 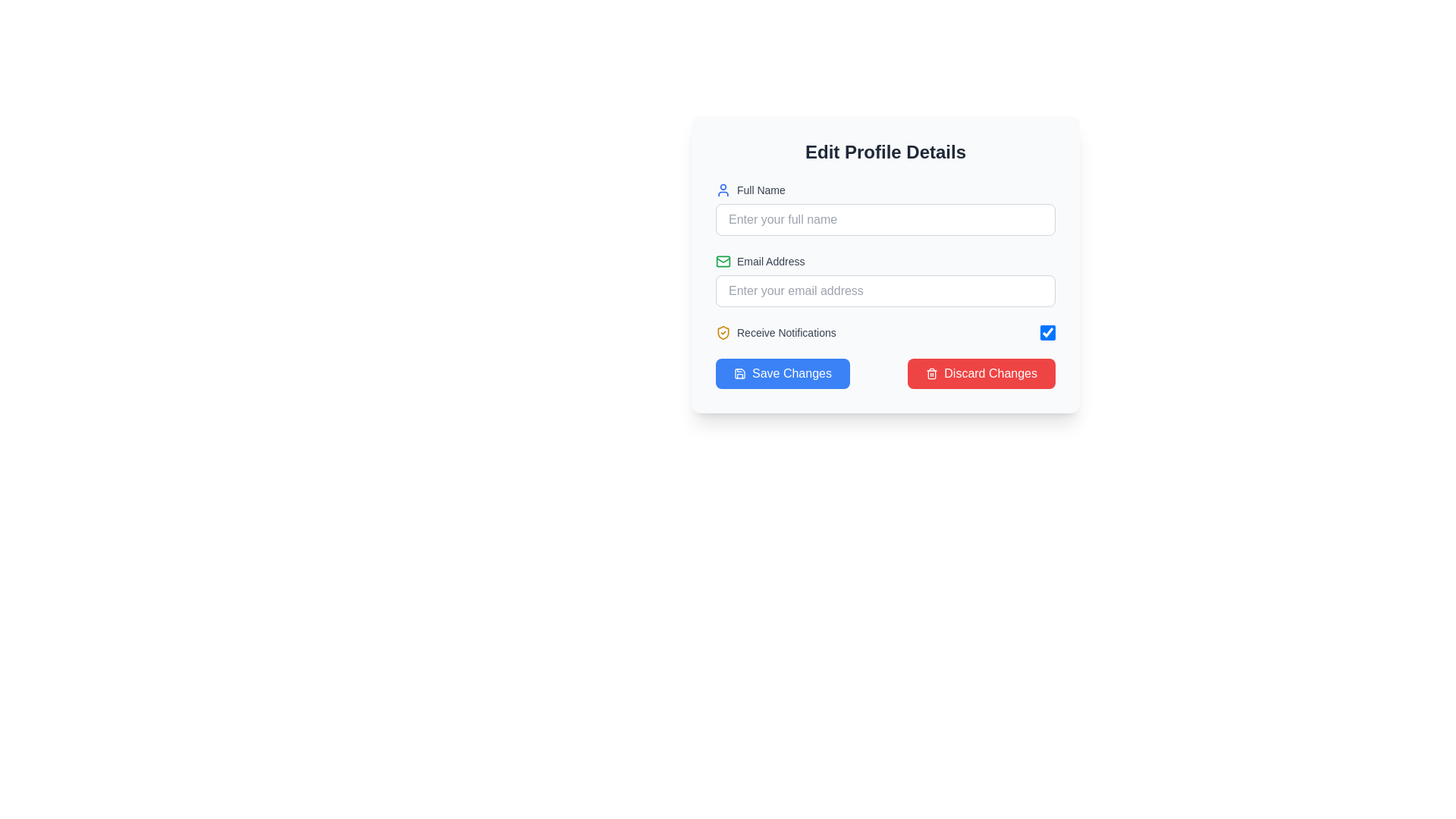 I want to click on the yellow-checked checkbox that is aligned with the text 'Receive Notifications', so click(x=1047, y=332).